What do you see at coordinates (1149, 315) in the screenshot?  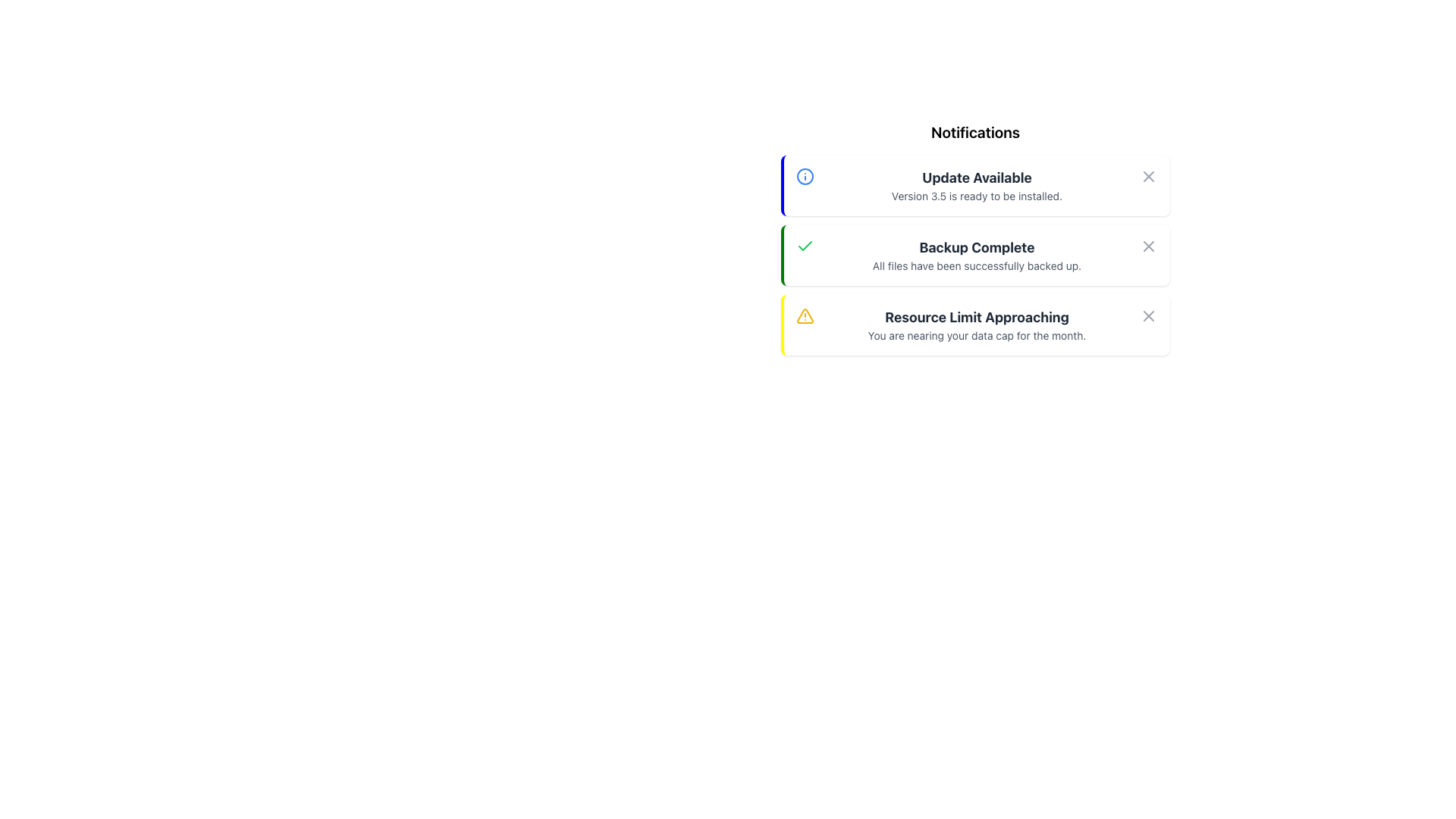 I see `the dismiss button represented by a small gray 'X' icon within the 'Resource Limit Approaching' notification card` at bounding box center [1149, 315].